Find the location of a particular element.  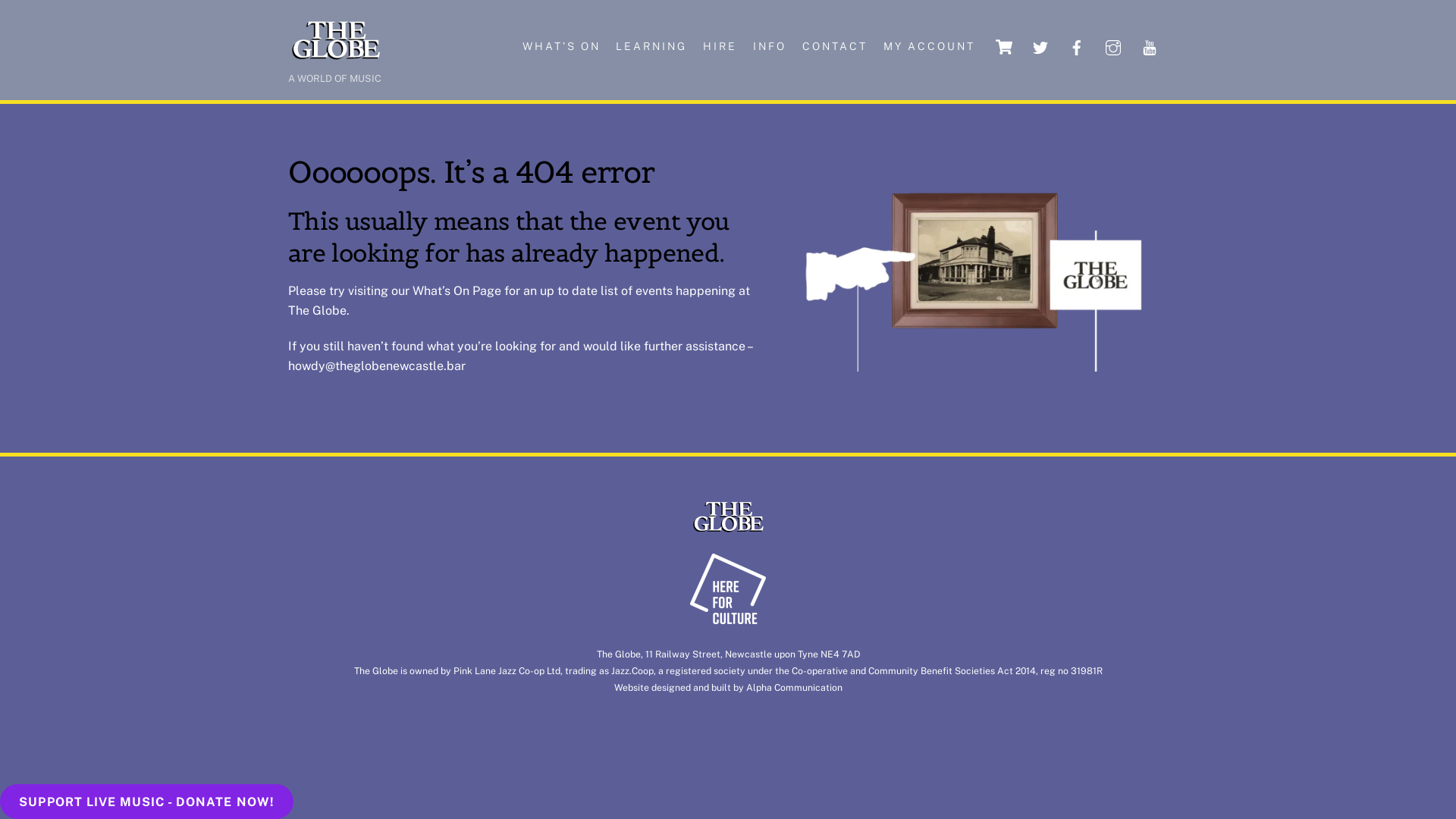

'The-Globe-Logo-TEXT-ONLY' is located at coordinates (728, 516).